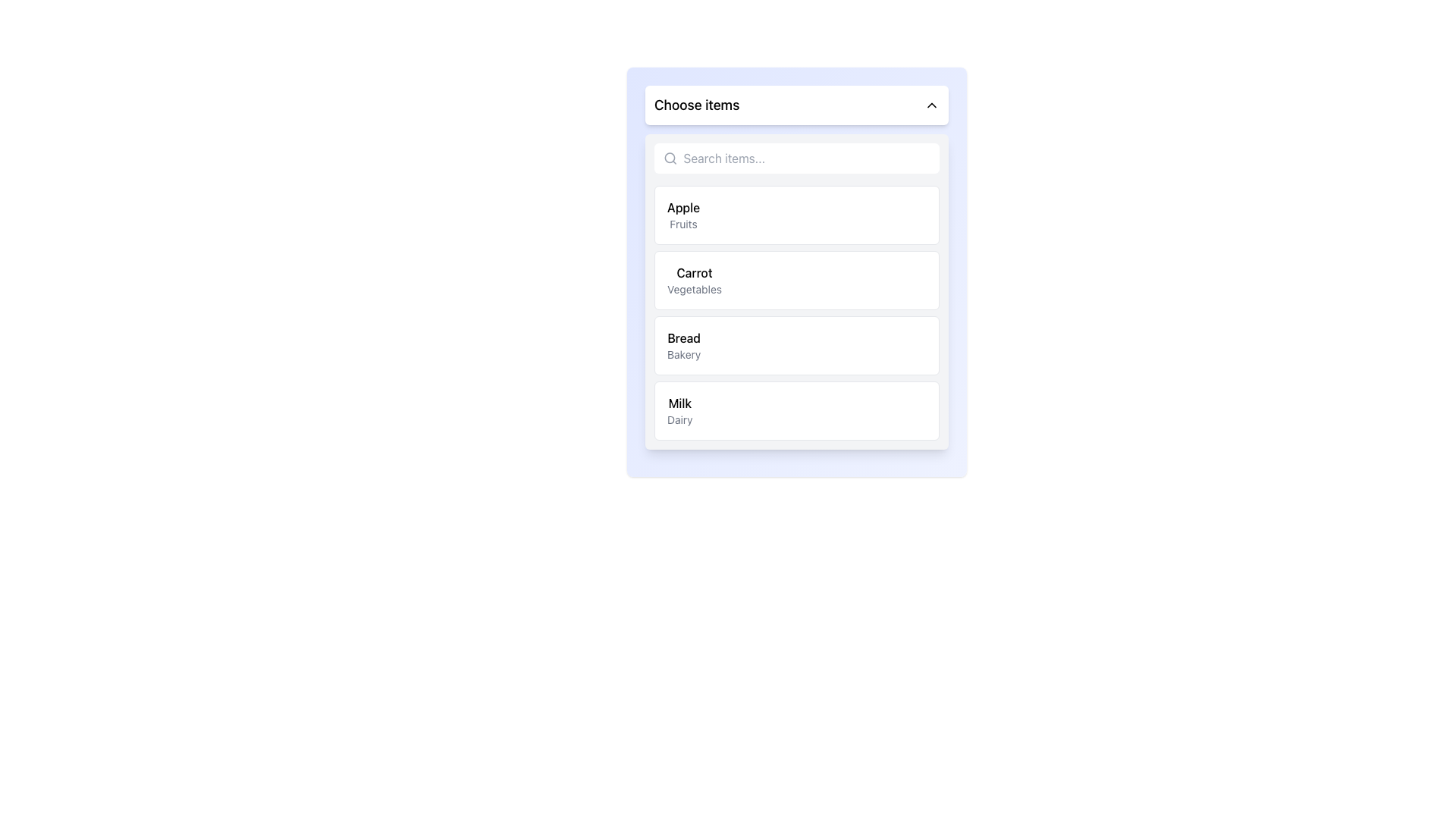  Describe the element at coordinates (682, 224) in the screenshot. I see `the 'Fruits' text label, which is displayed in a small gray font and positioned directly beneath the 'Apple' text in a selection-type interface` at that location.